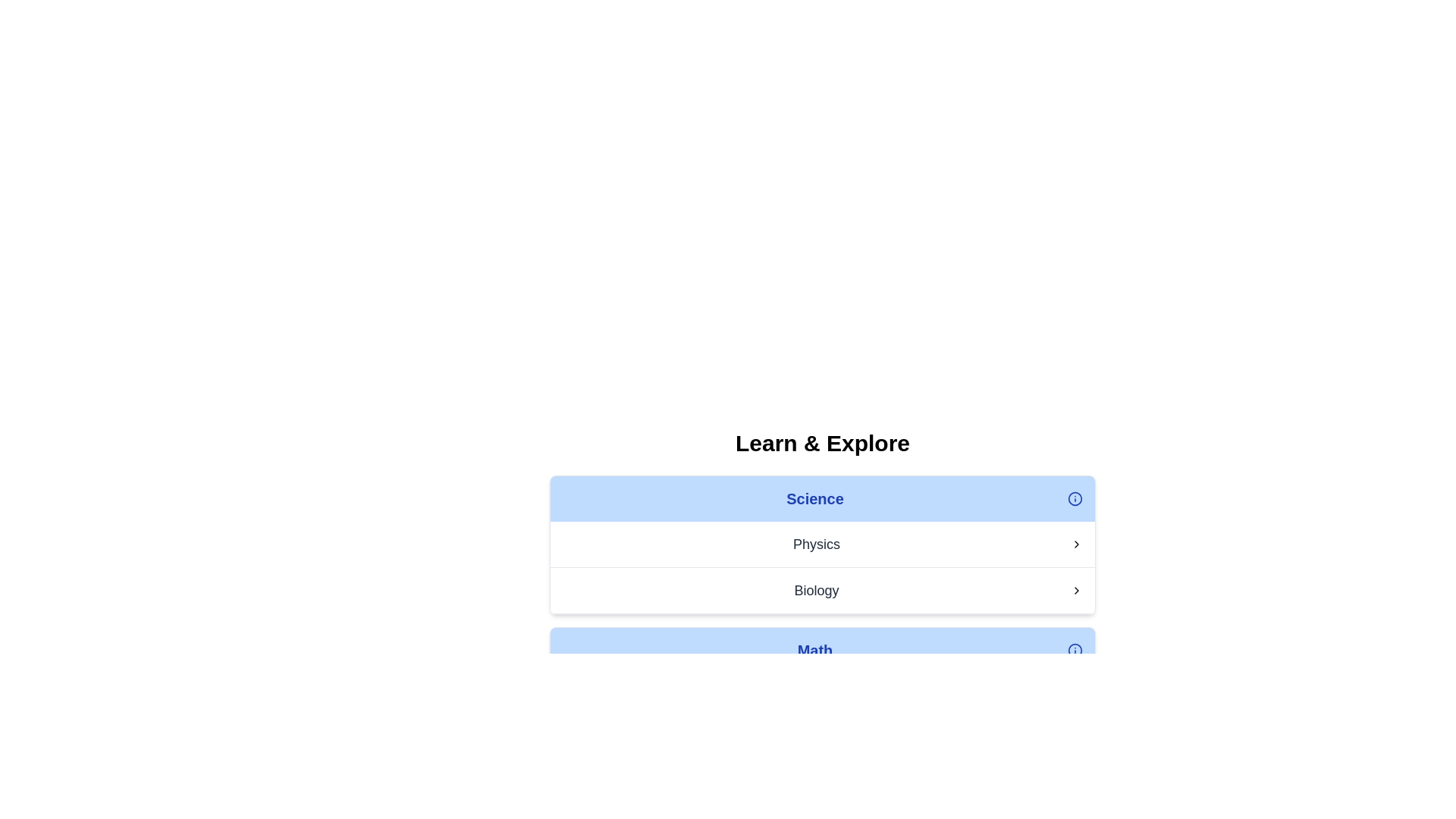 The height and width of the screenshot is (819, 1456). I want to click on the informational icon located to the far right within the 'Math' section, so click(1074, 649).